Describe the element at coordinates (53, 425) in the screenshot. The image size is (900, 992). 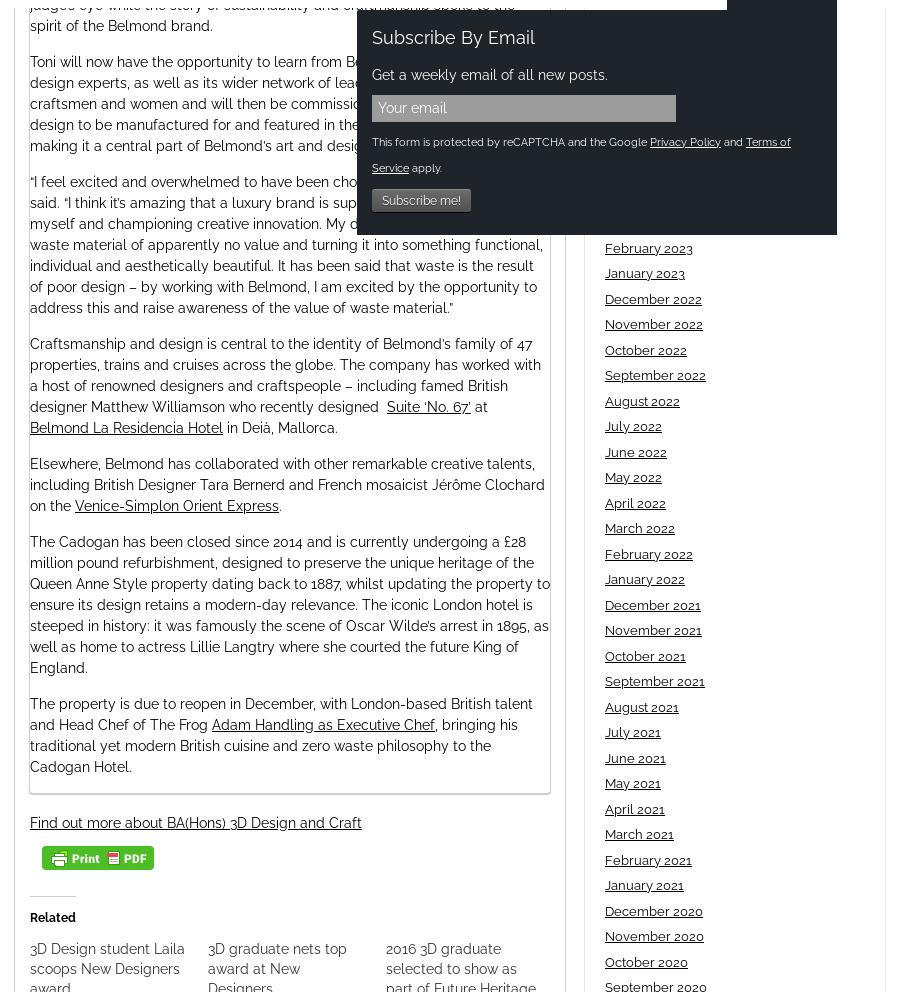
I see `'Belmon'` at that location.